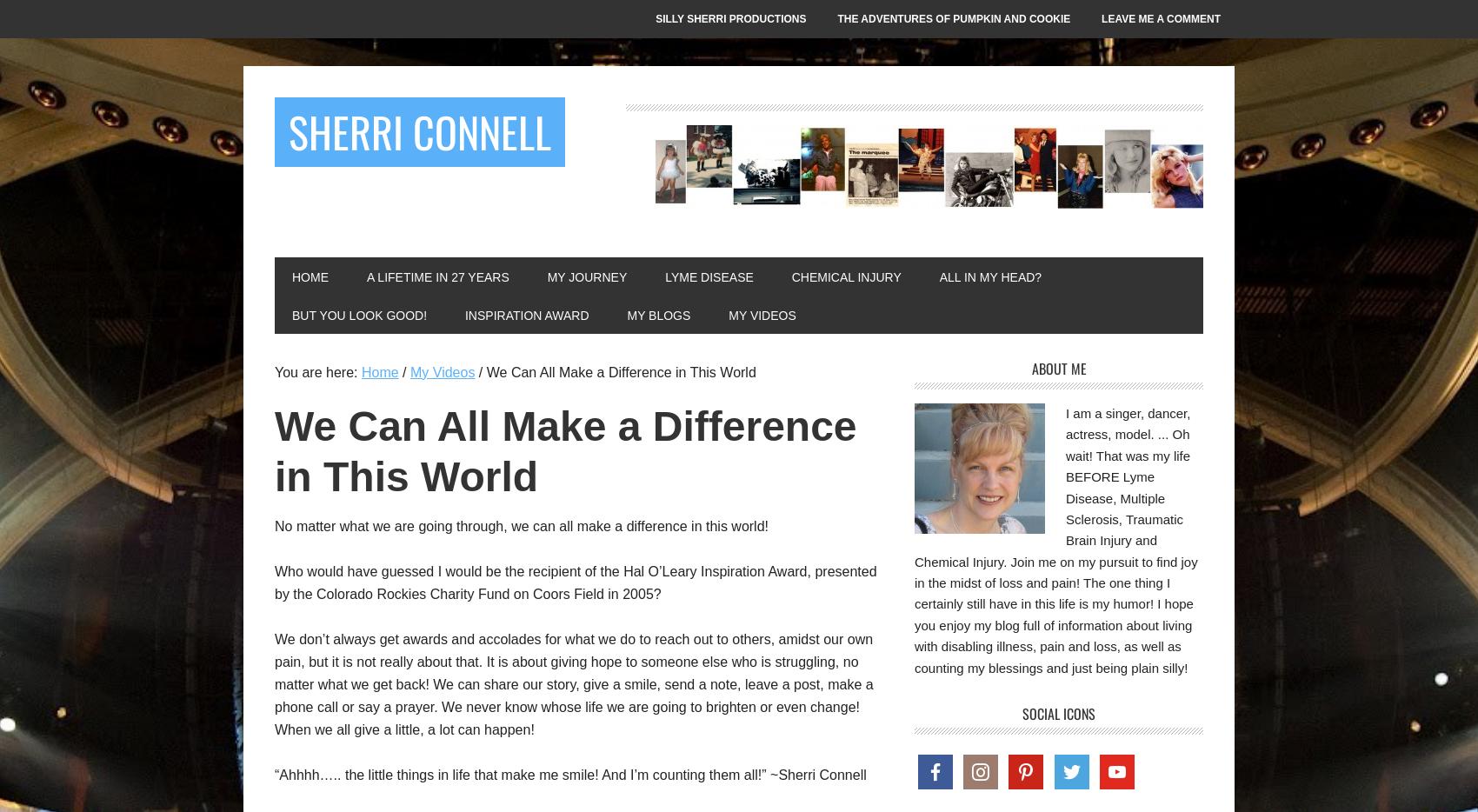 The width and height of the screenshot is (1478, 812). Describe the element at coordinates (939, 276) in the screenshot. I see `'All in My Head?'` at that location.